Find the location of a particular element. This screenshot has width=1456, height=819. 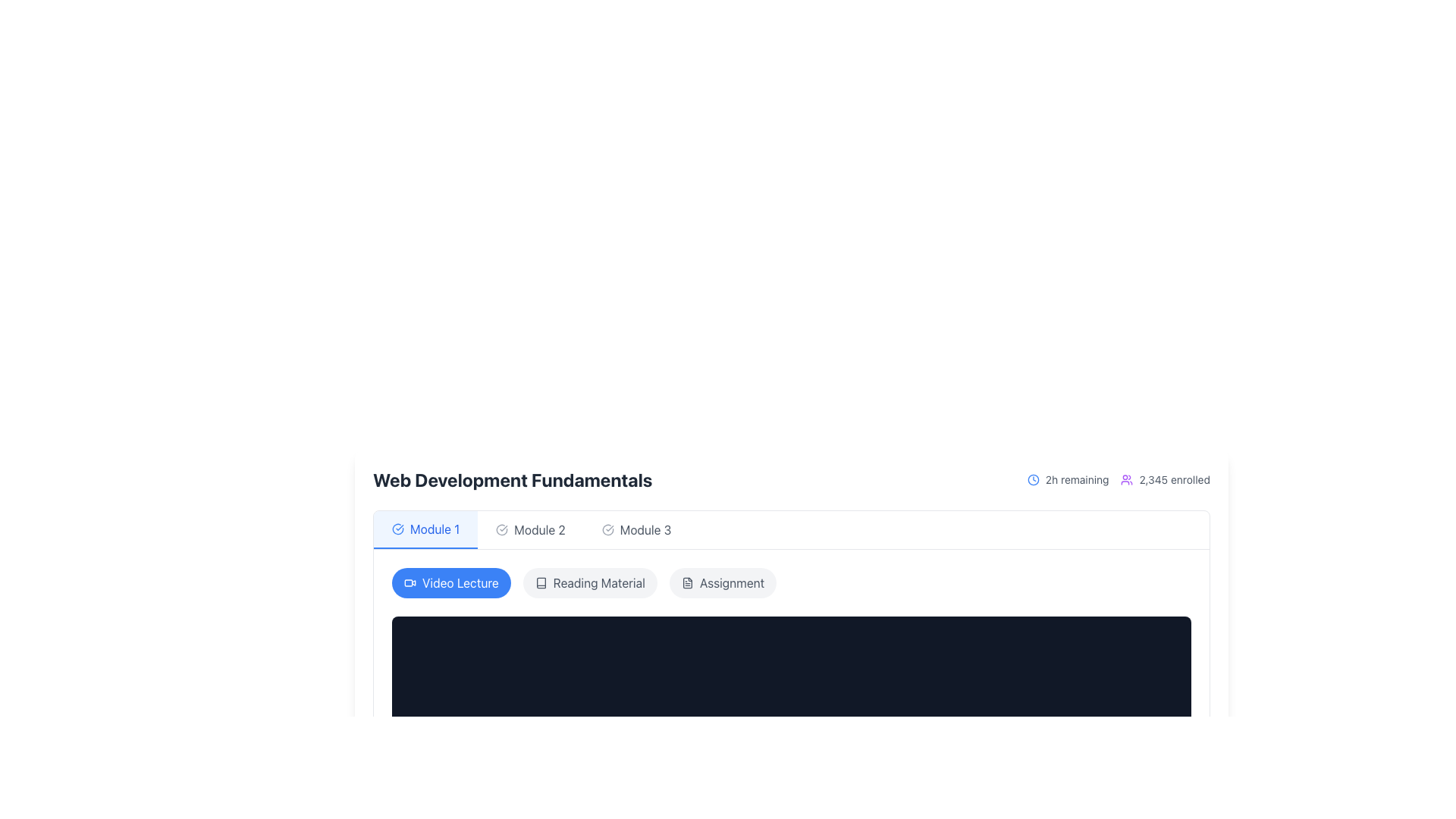

the first button labeled 'Video Lecture' is located at coordinates (450, 582).